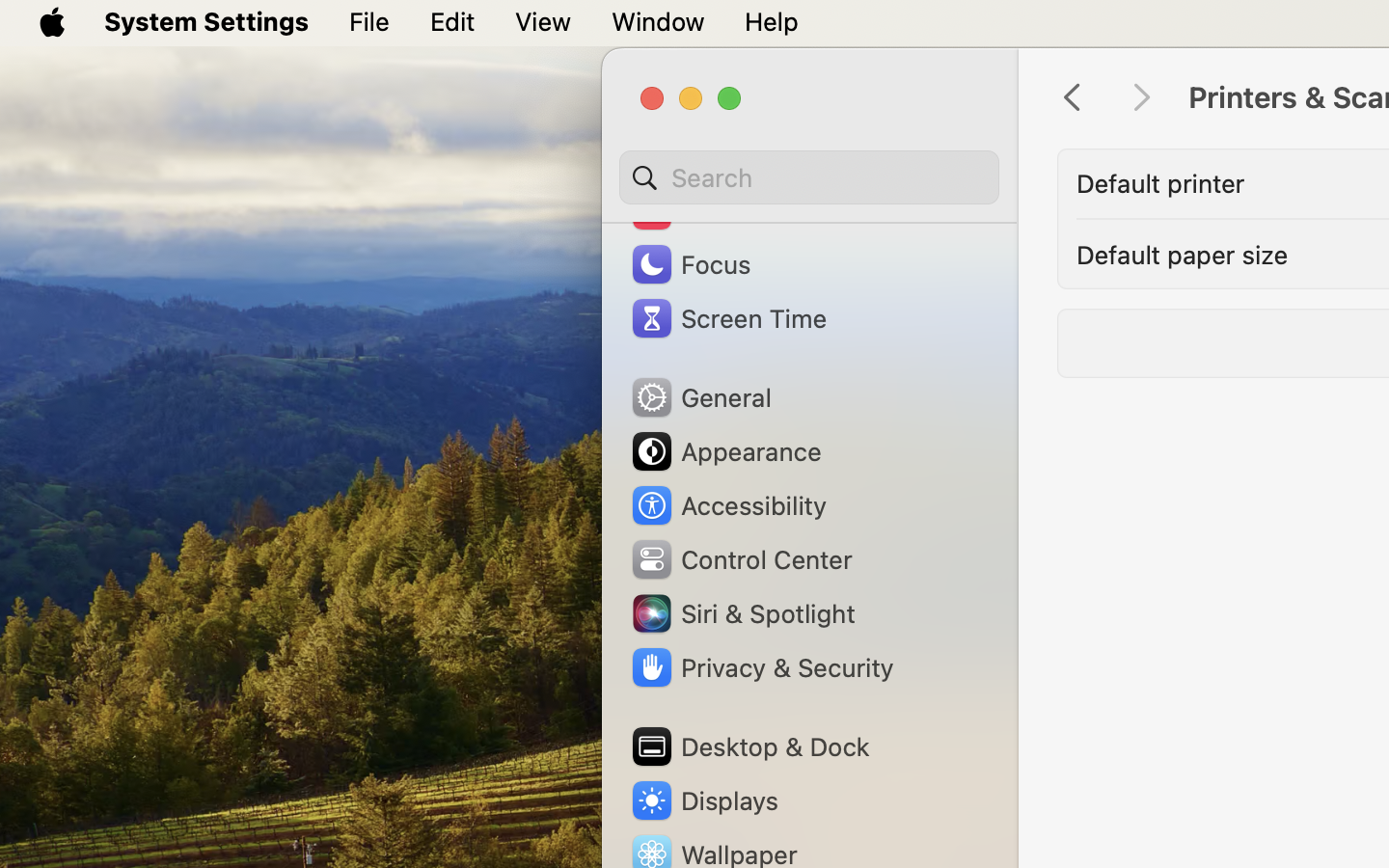  Describe the element at coordinates (723, 450) in the screenshot. I see `'Appearance'` at that location.